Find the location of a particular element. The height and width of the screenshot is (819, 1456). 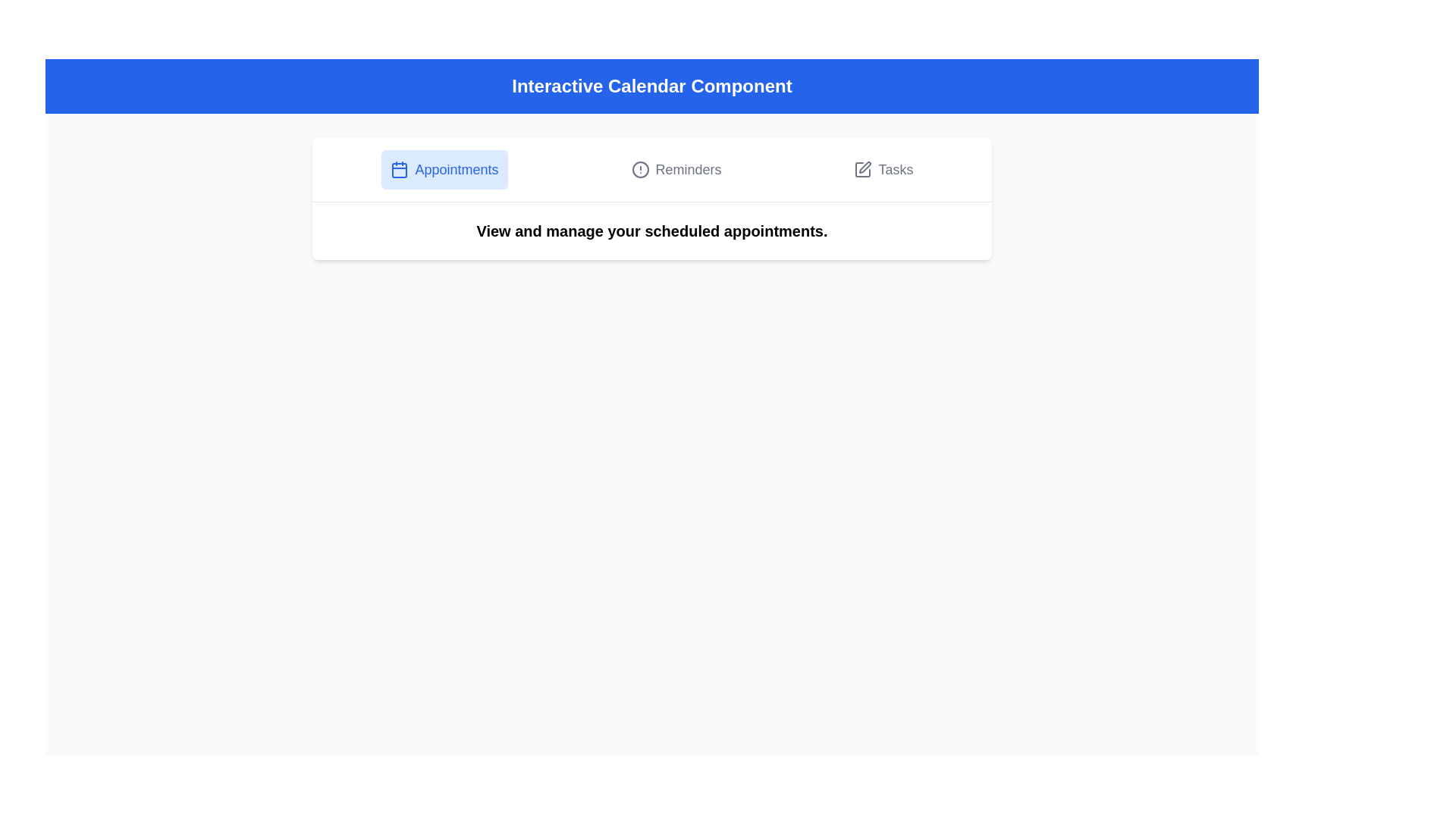

the Reminders tab is located at coordinates (676, 169).